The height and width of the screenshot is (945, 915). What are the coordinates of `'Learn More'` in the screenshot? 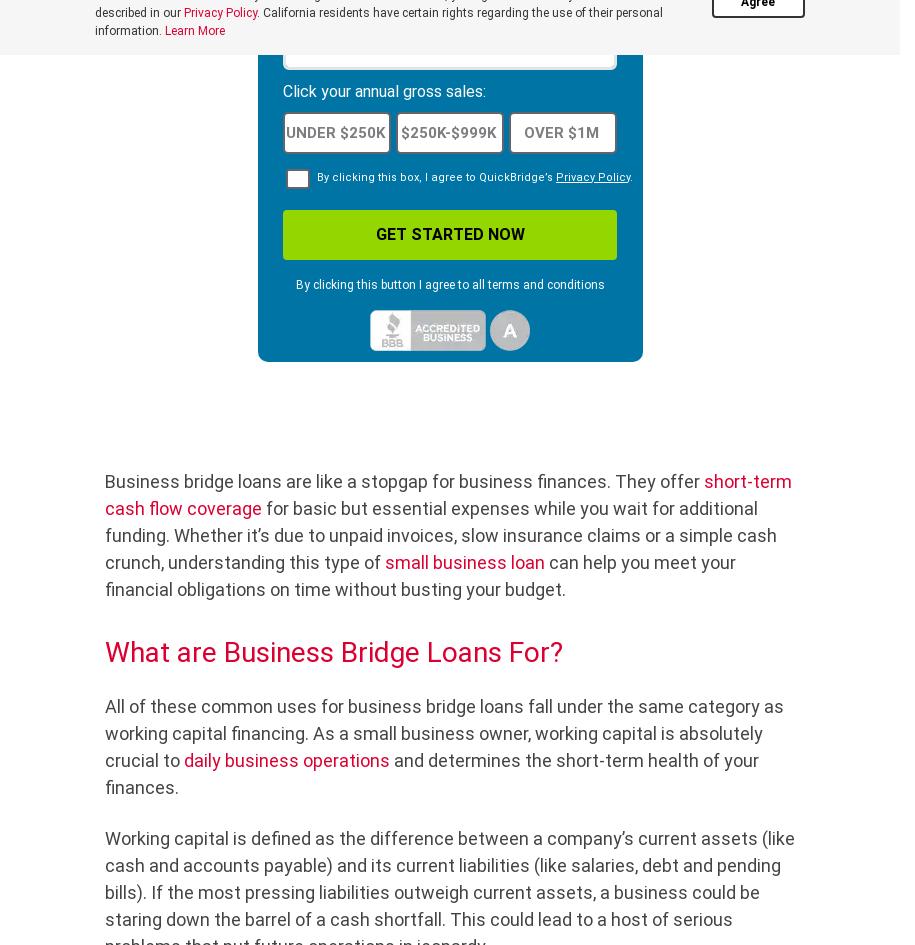 It's located at (193, 30).